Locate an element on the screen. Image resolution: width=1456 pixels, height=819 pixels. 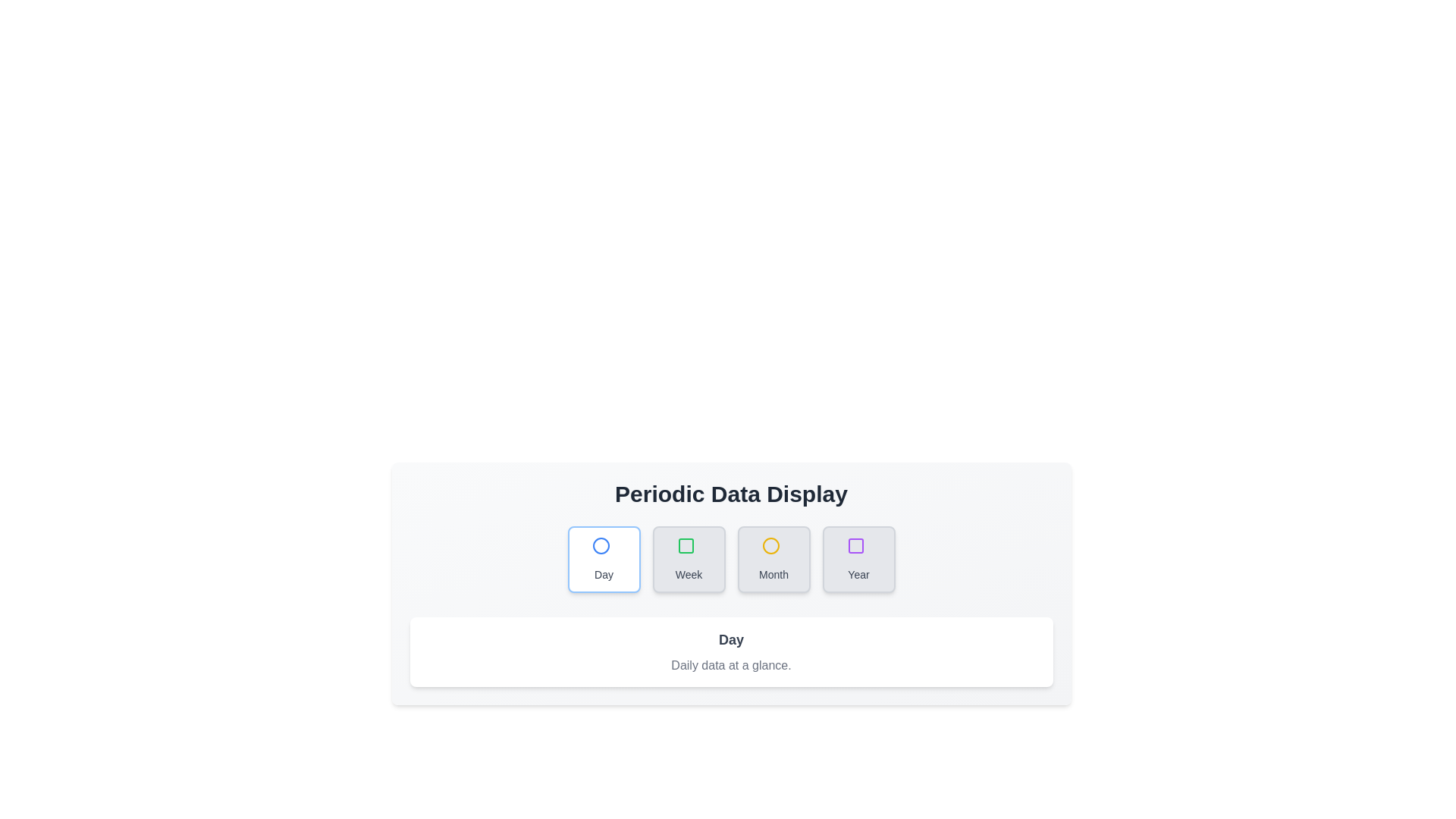
the SVG circle element representing the 'Day' option in the selection menu, which is part of a four-button group below 'Periodic Data Display' is located at coordinates (600, 546).